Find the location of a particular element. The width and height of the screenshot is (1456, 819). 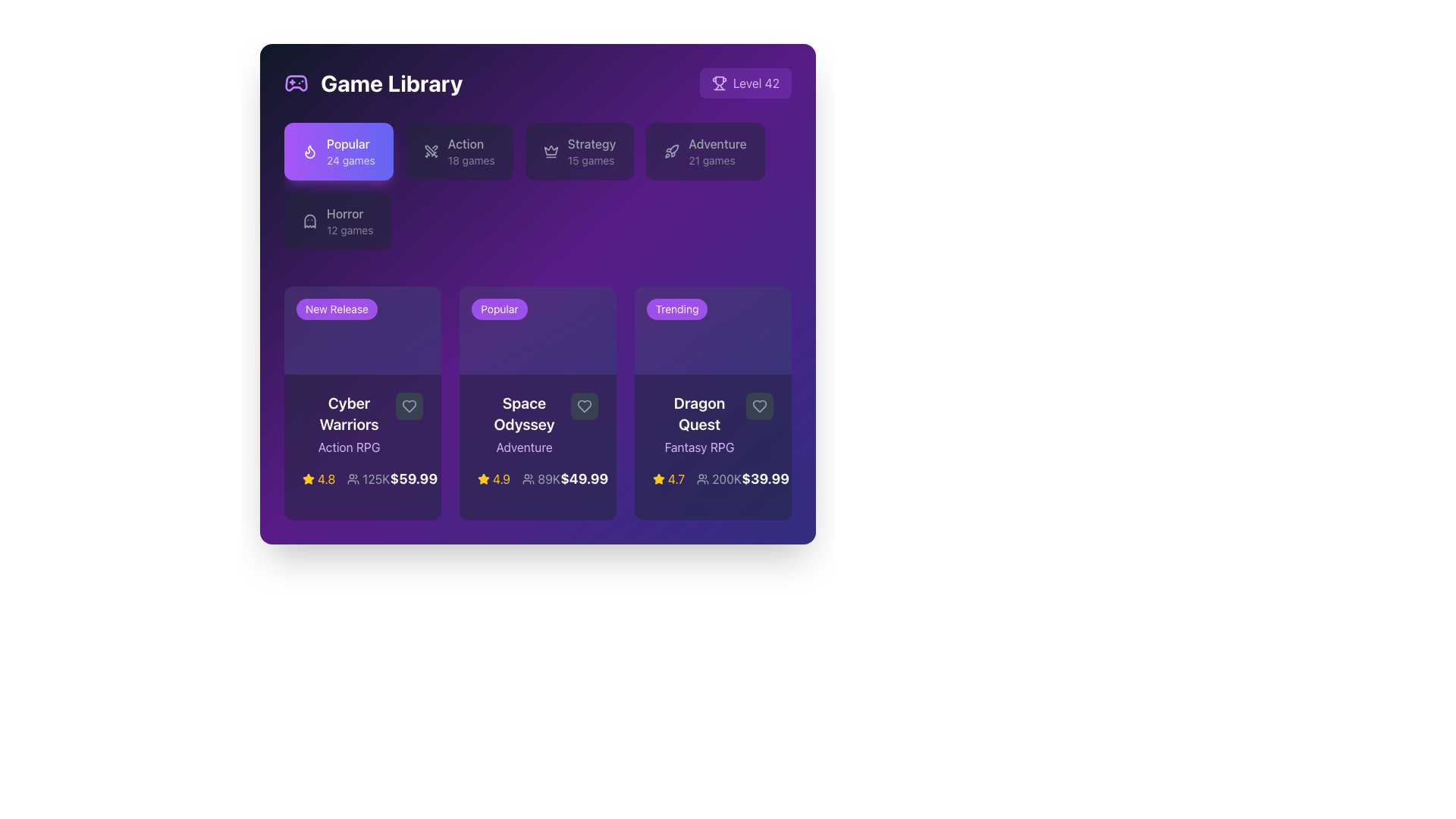

the star icon that has a yellow fill and is located next to the rating number '4.9' in the second card of the horizontal layout is located at coordinates (483, 479).